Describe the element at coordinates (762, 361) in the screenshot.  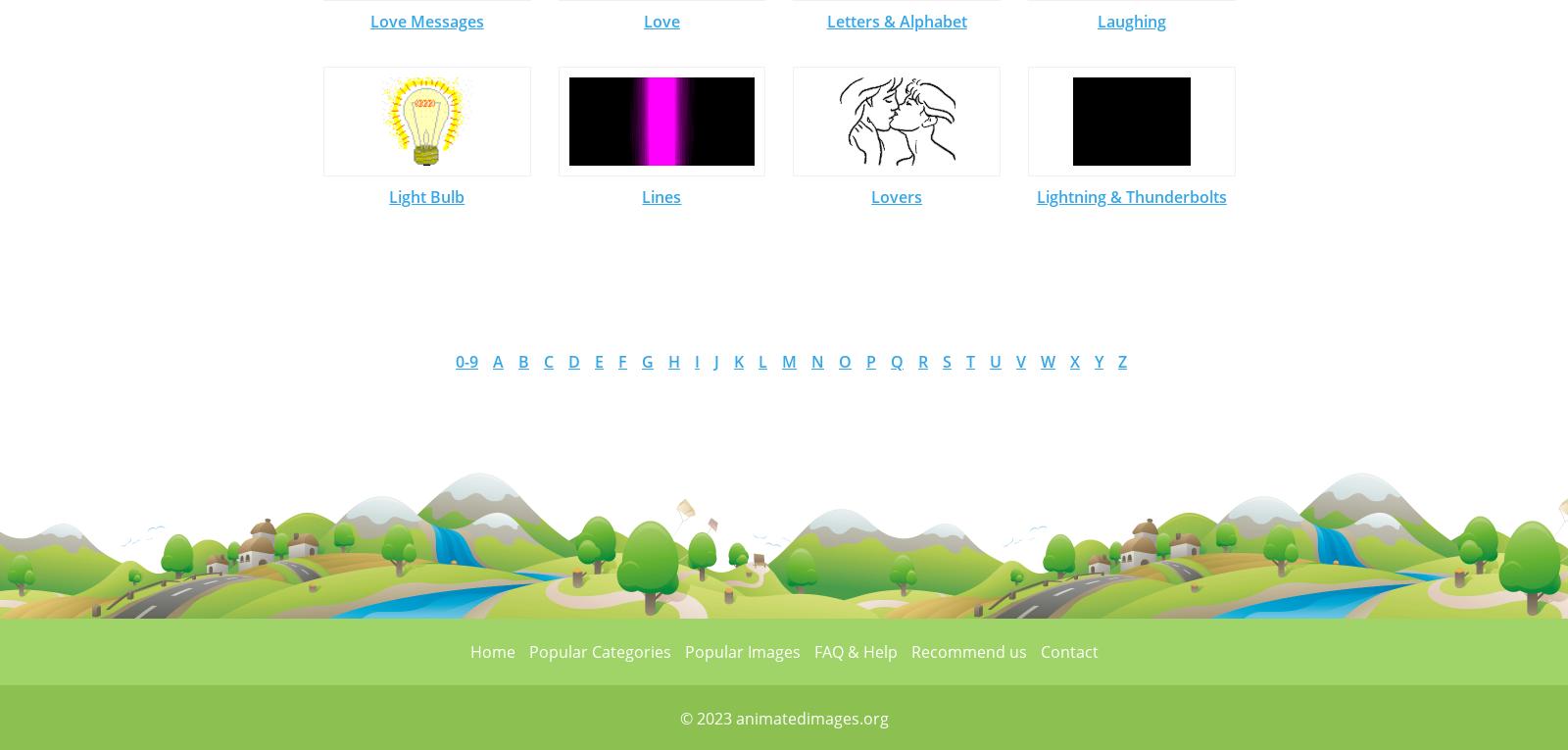
I see `'L'` at that location.